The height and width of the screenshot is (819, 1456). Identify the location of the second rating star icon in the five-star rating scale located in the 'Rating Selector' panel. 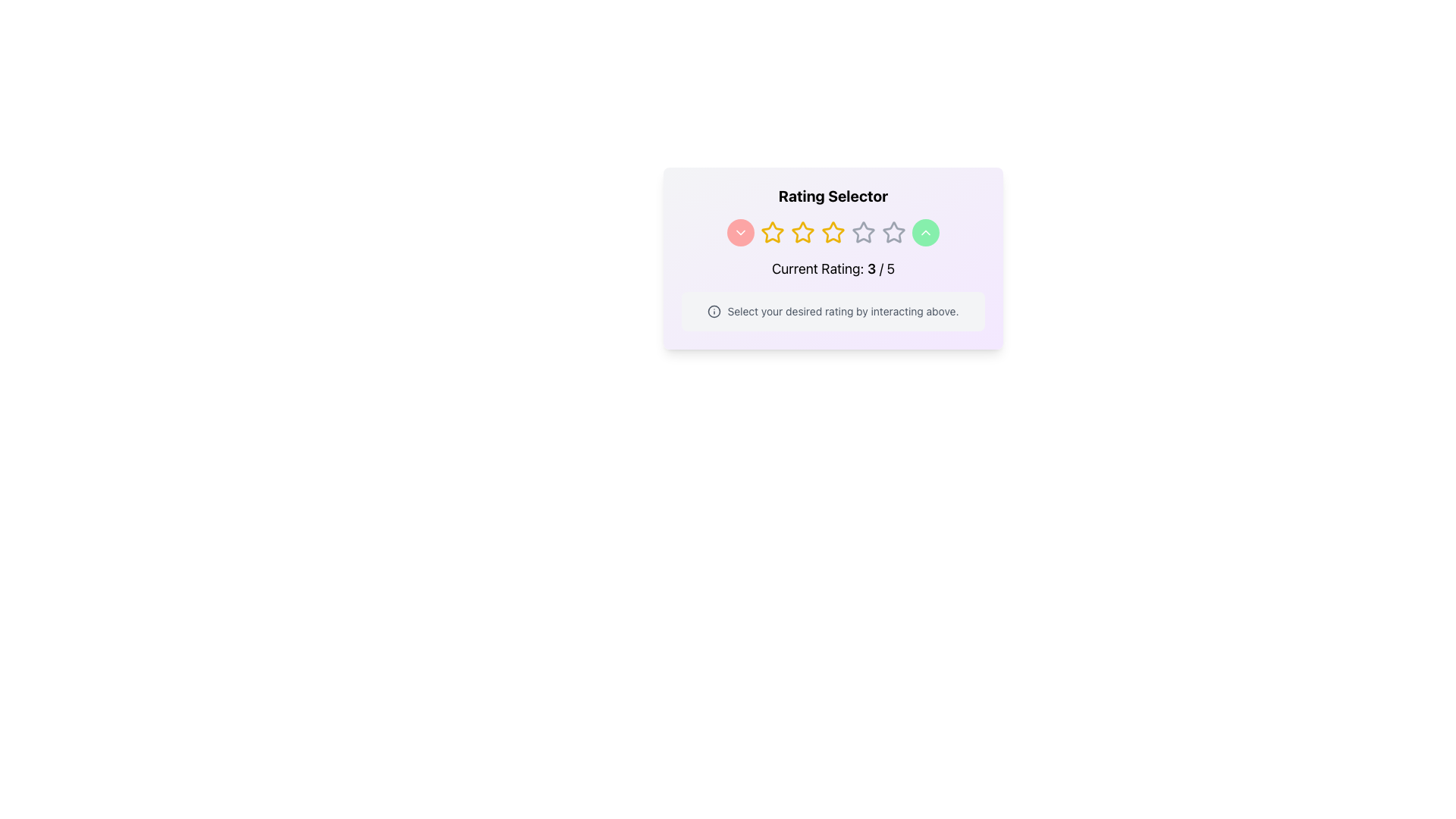
(772, 232).